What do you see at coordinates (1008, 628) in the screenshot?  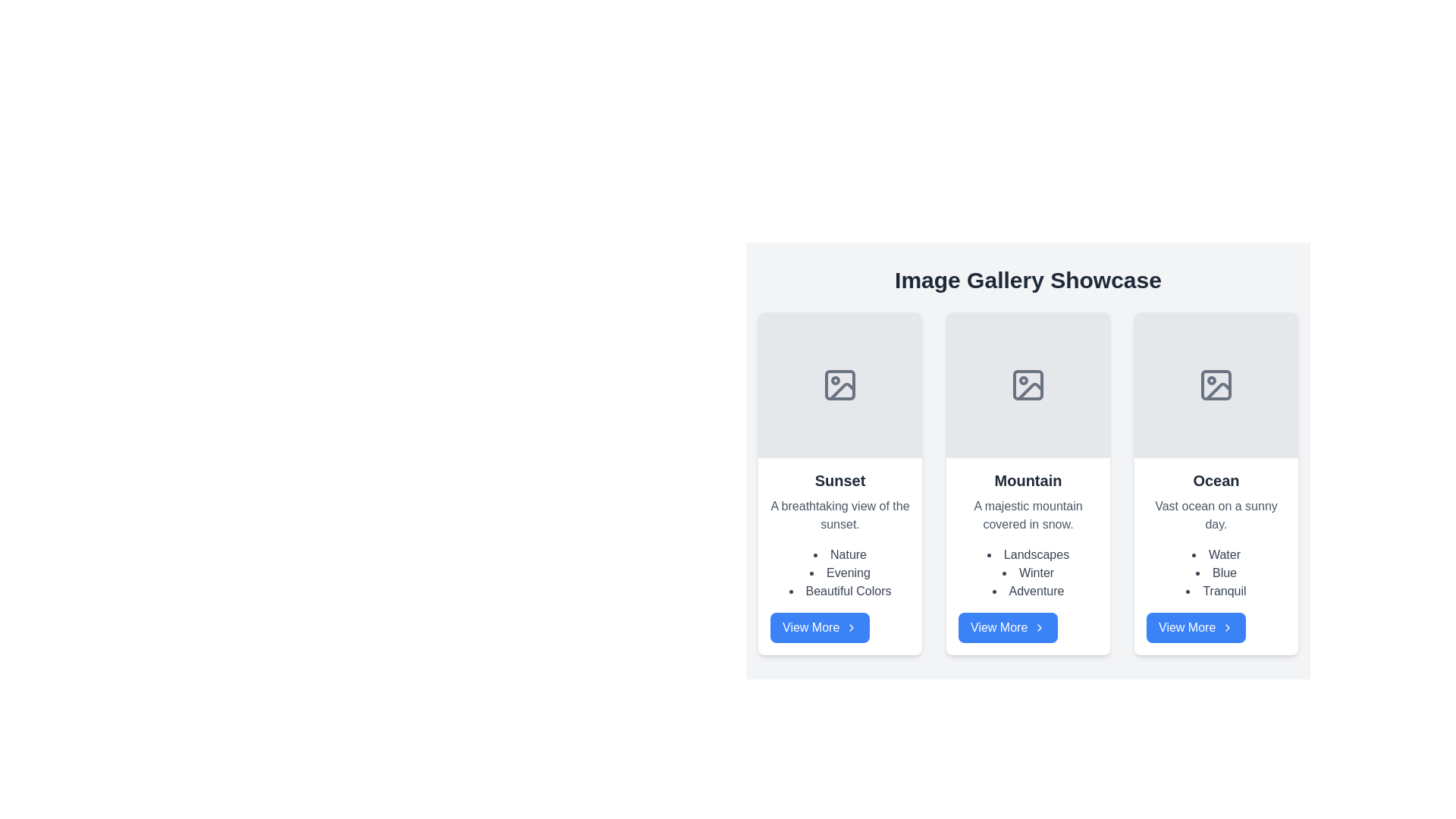 I see `the button located at the bottom section of the 'Mountain' card` at bounding box center [1008, 628].